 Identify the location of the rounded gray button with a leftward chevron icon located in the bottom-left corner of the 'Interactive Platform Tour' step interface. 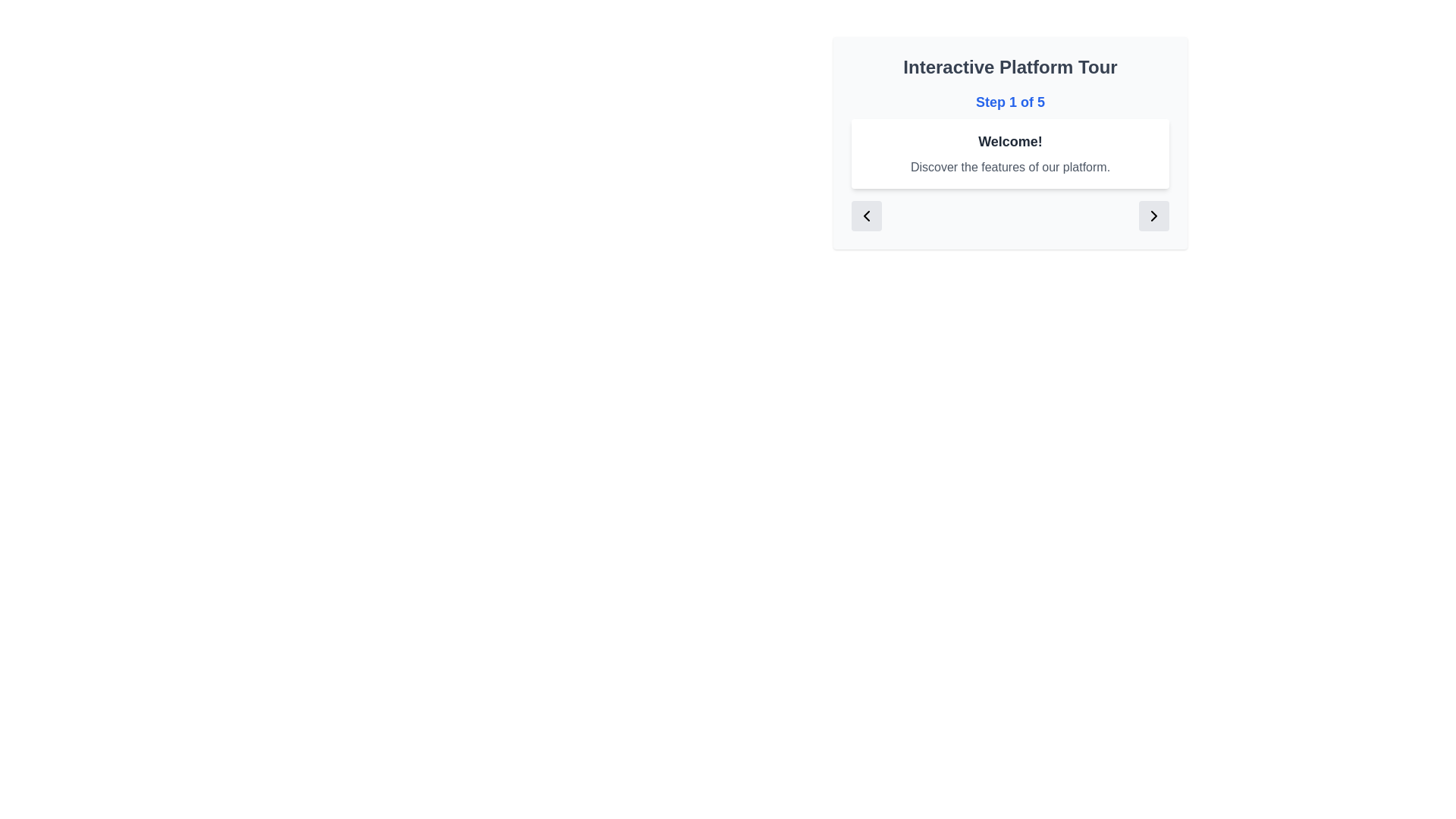
(866, 216).